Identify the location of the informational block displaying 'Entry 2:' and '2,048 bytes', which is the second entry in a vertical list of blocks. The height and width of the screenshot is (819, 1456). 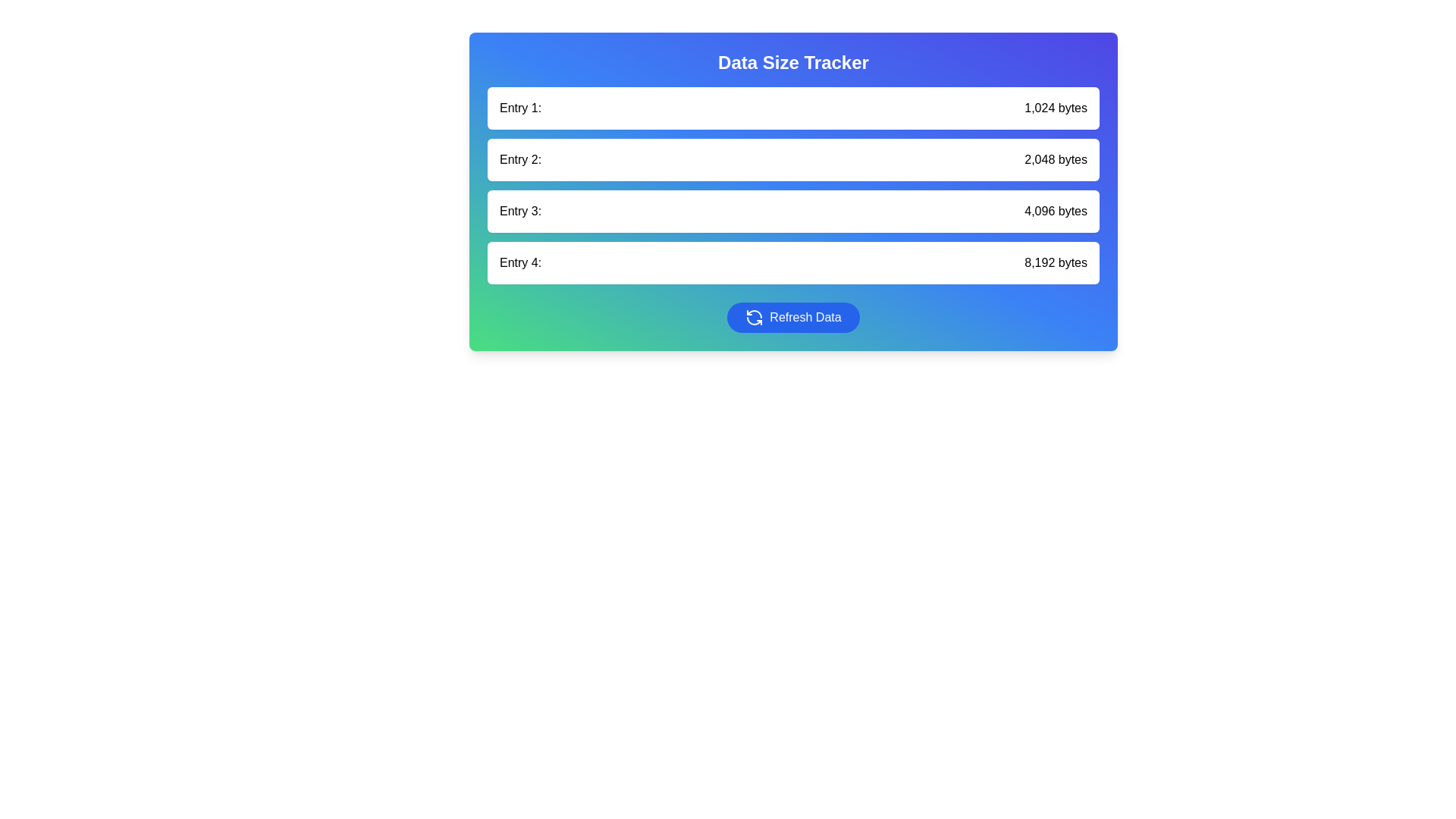
(792, 160).